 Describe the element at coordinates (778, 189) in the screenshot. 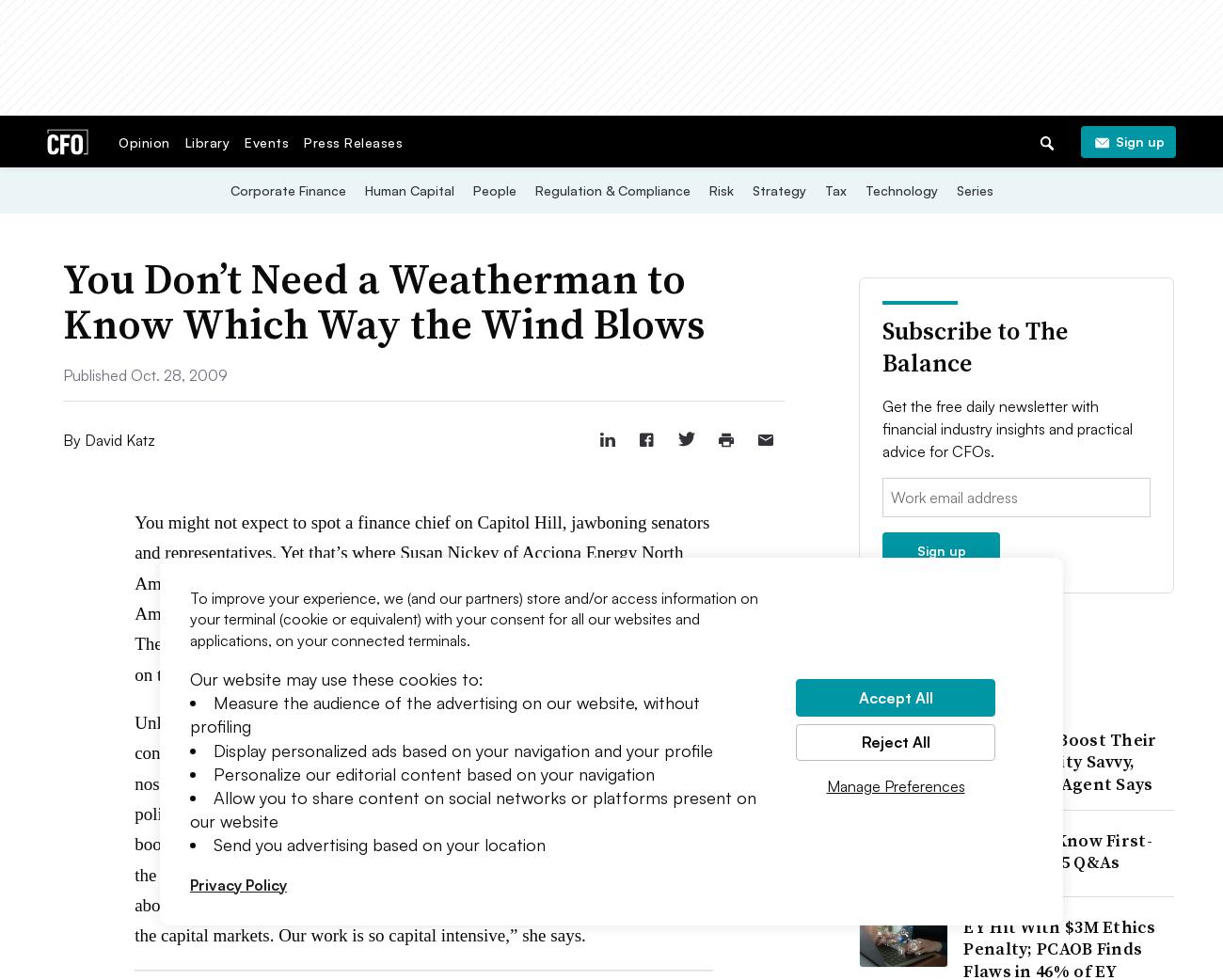

I see `'Strategy'` at that location.